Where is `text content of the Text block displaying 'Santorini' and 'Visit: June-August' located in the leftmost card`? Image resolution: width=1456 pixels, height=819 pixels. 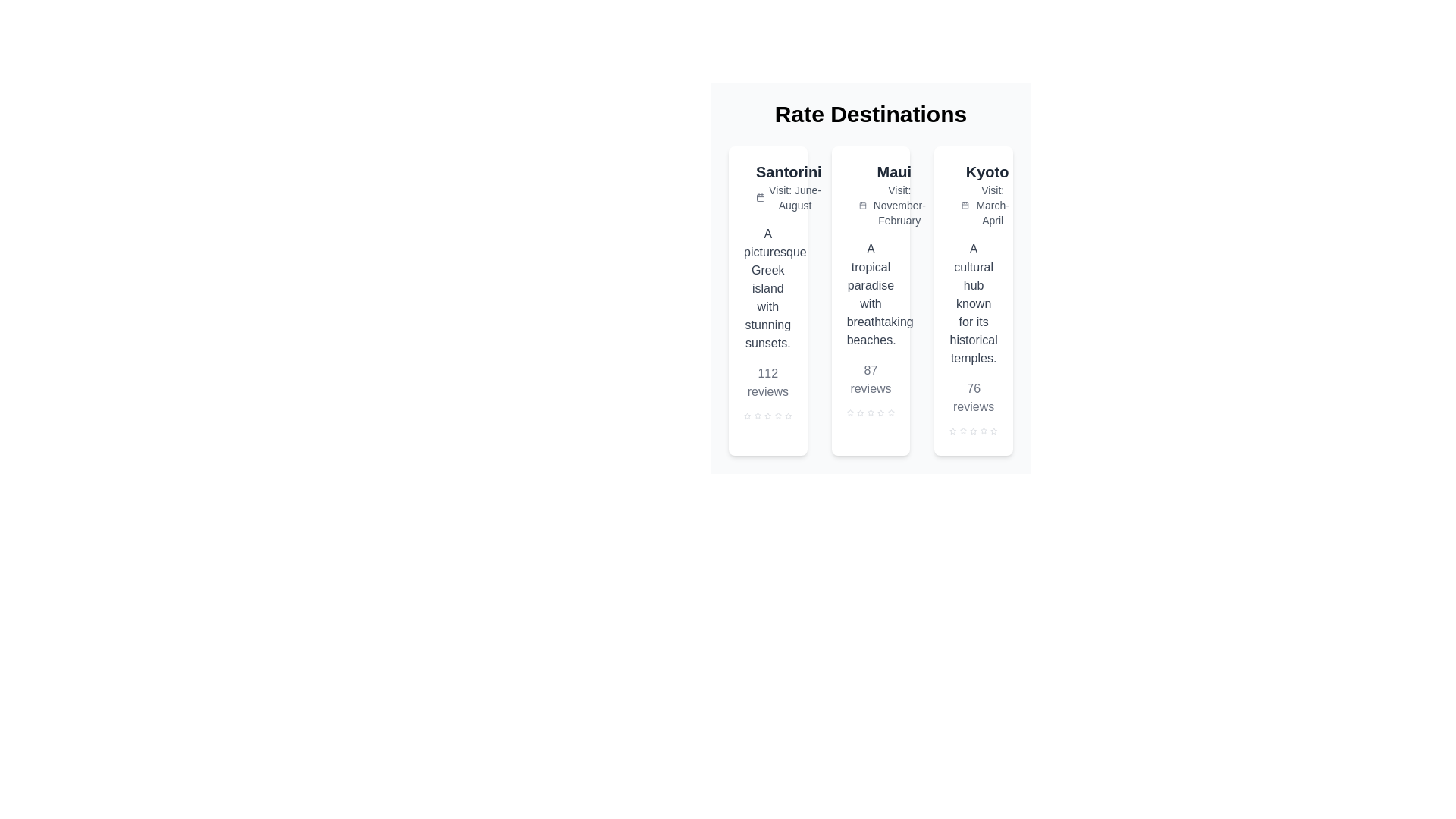
text content of the Text block displaying 'Santorini' and 'Visit: June-August' located in the leftmost card is located at coordinates (789, 186).